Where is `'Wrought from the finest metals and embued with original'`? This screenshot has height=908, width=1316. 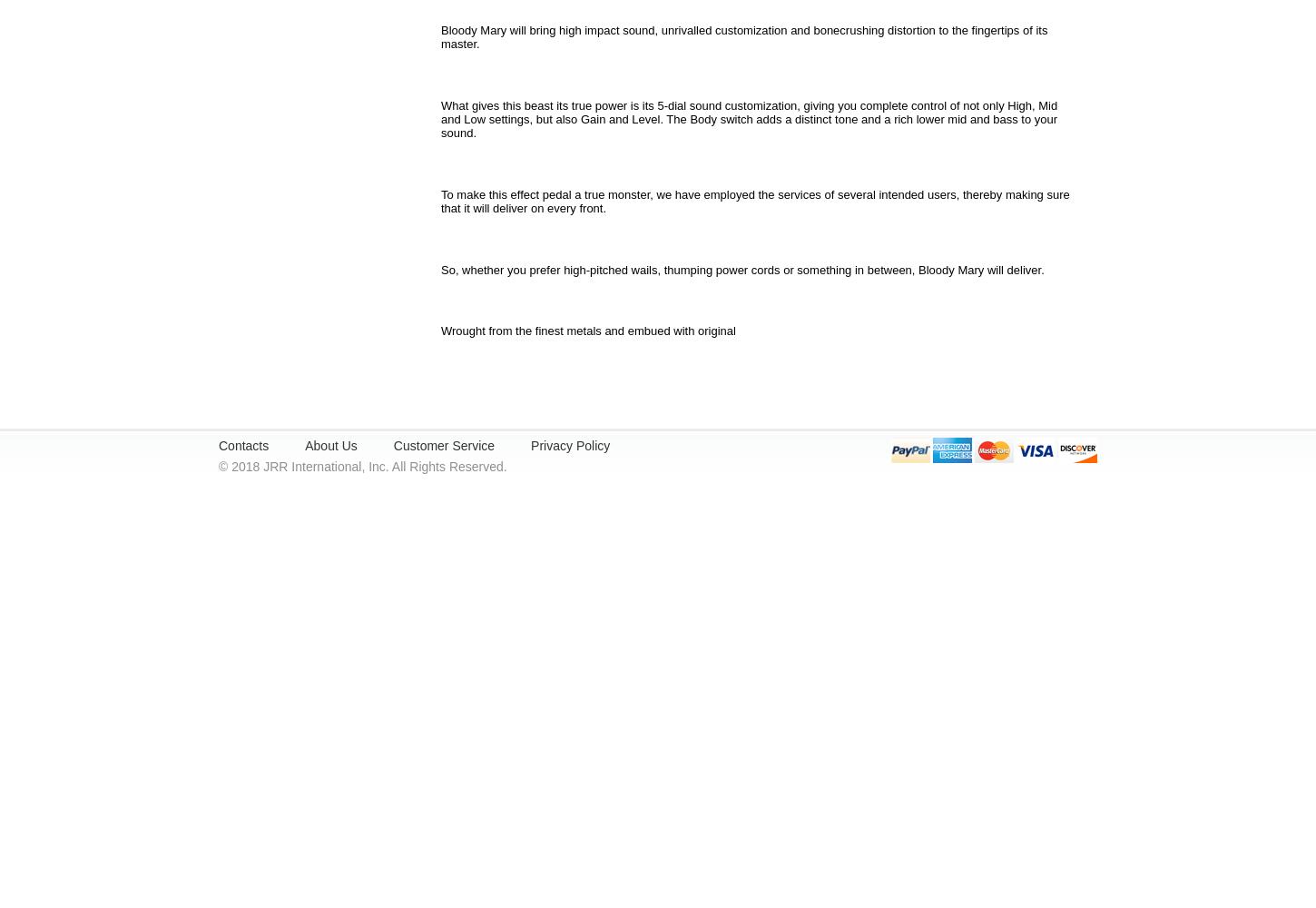 'Wrought from the finest metals and embued with original' is located at coordinates (587, 330).